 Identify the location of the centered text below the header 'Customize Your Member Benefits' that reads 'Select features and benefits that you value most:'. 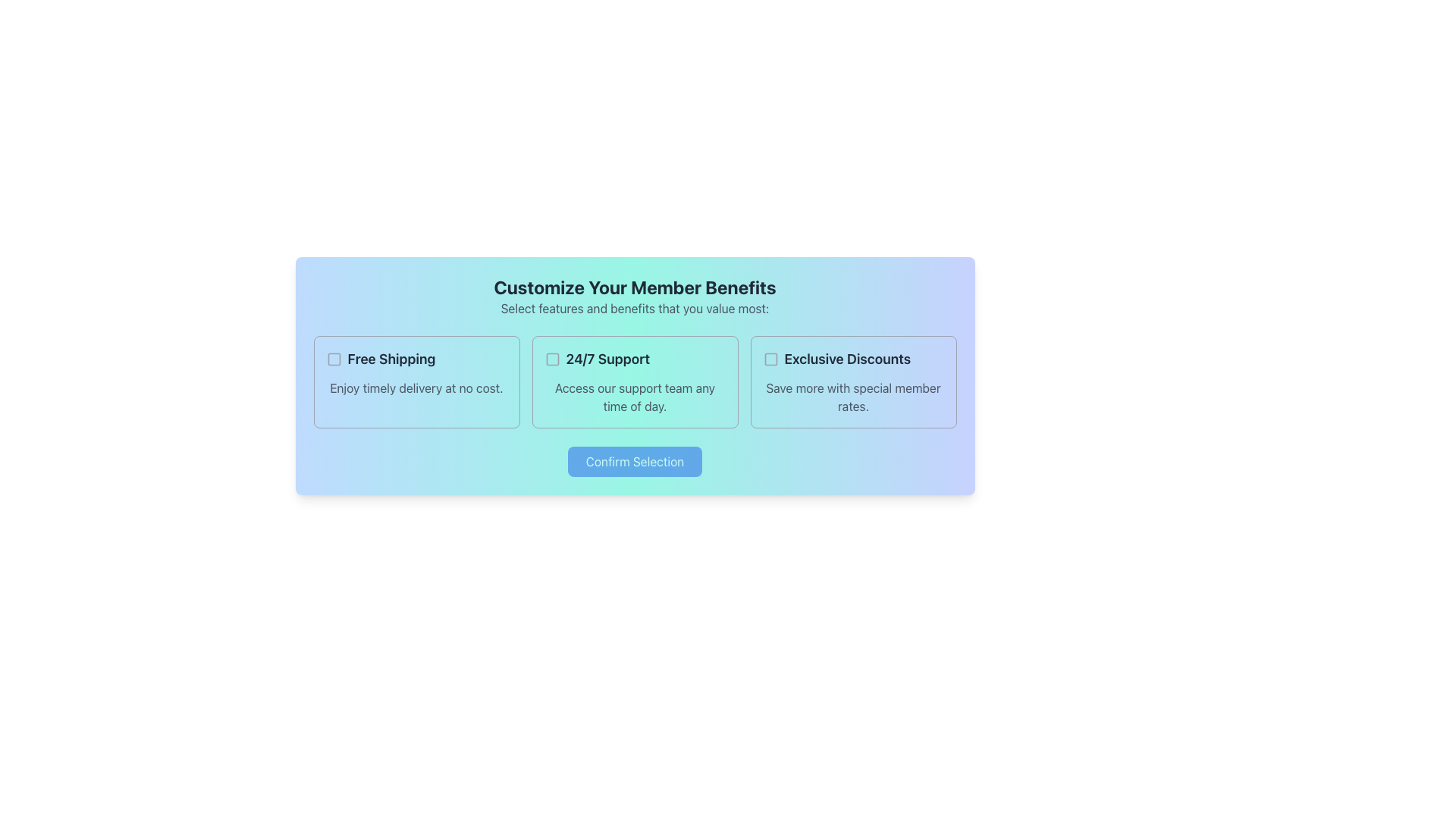
(635, 308).